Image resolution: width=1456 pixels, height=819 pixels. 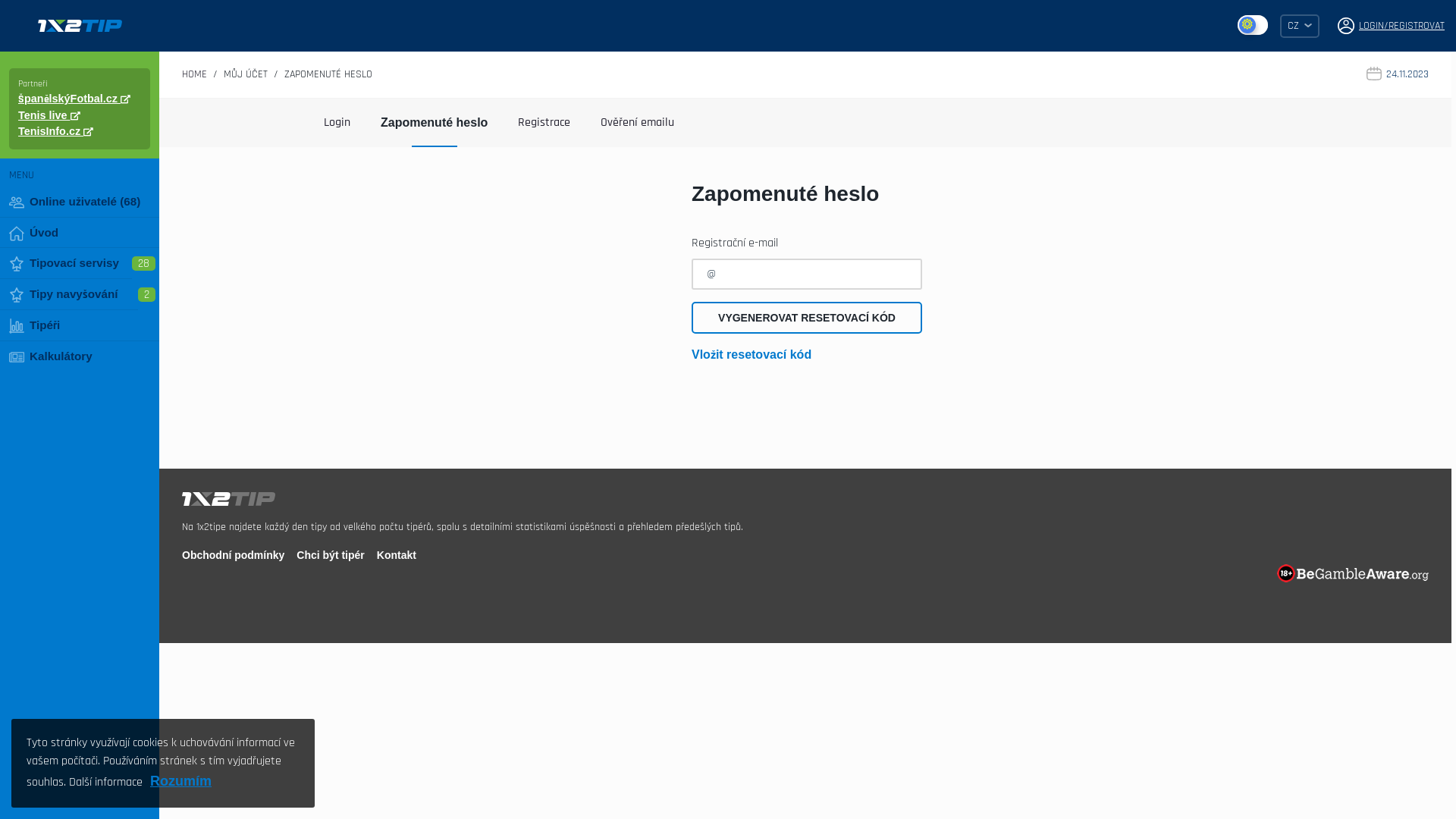 I want to click on 'TenisInfo.cz', so click(x=55, y=130).